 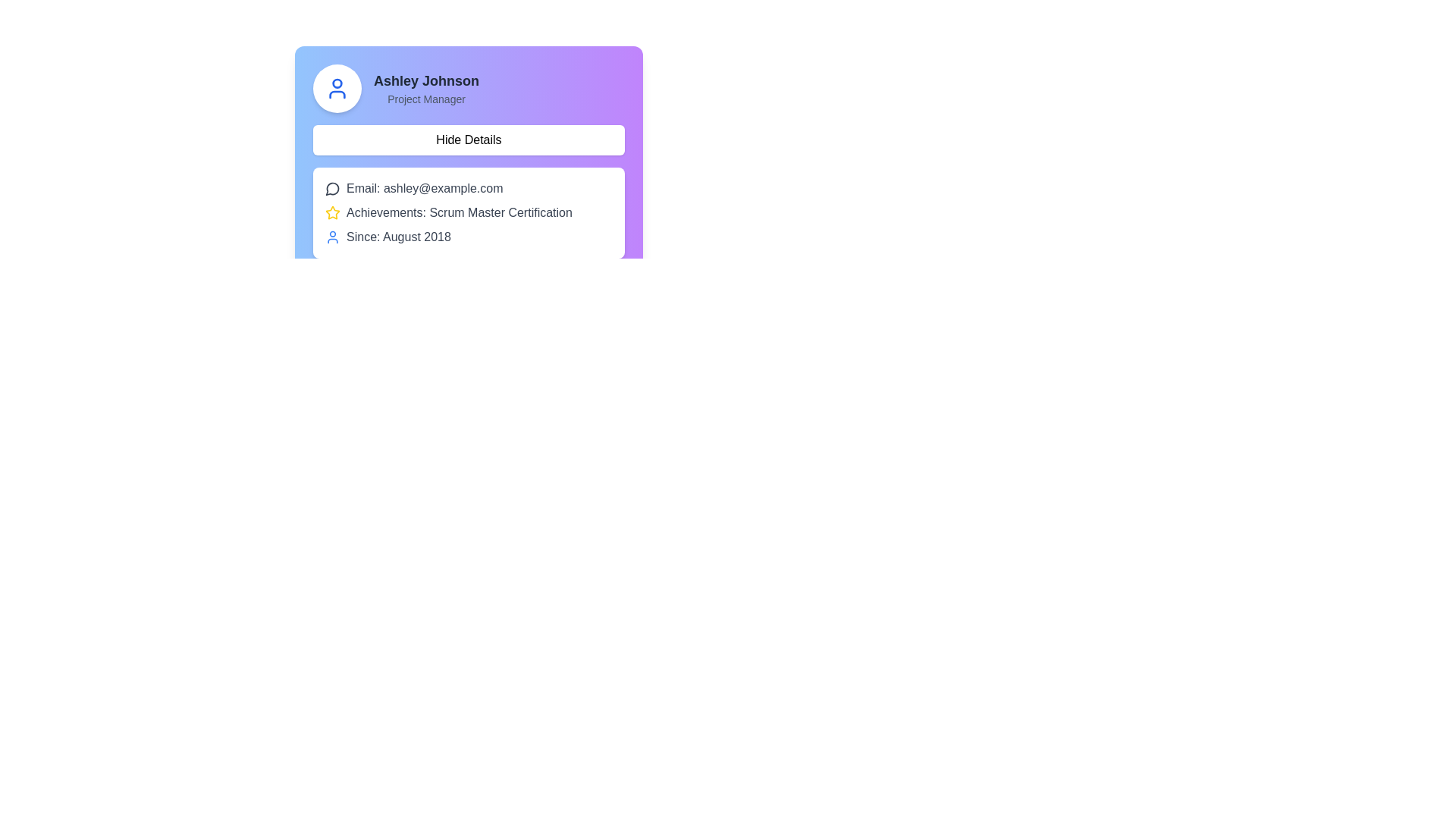 What do you see at coordinates (331, 213) in the screenshot?
I see `the icon that signifies an achievement, located to the left of the text 'Achievements: Scrum Master Certification'` at bounding box center [331, 213].